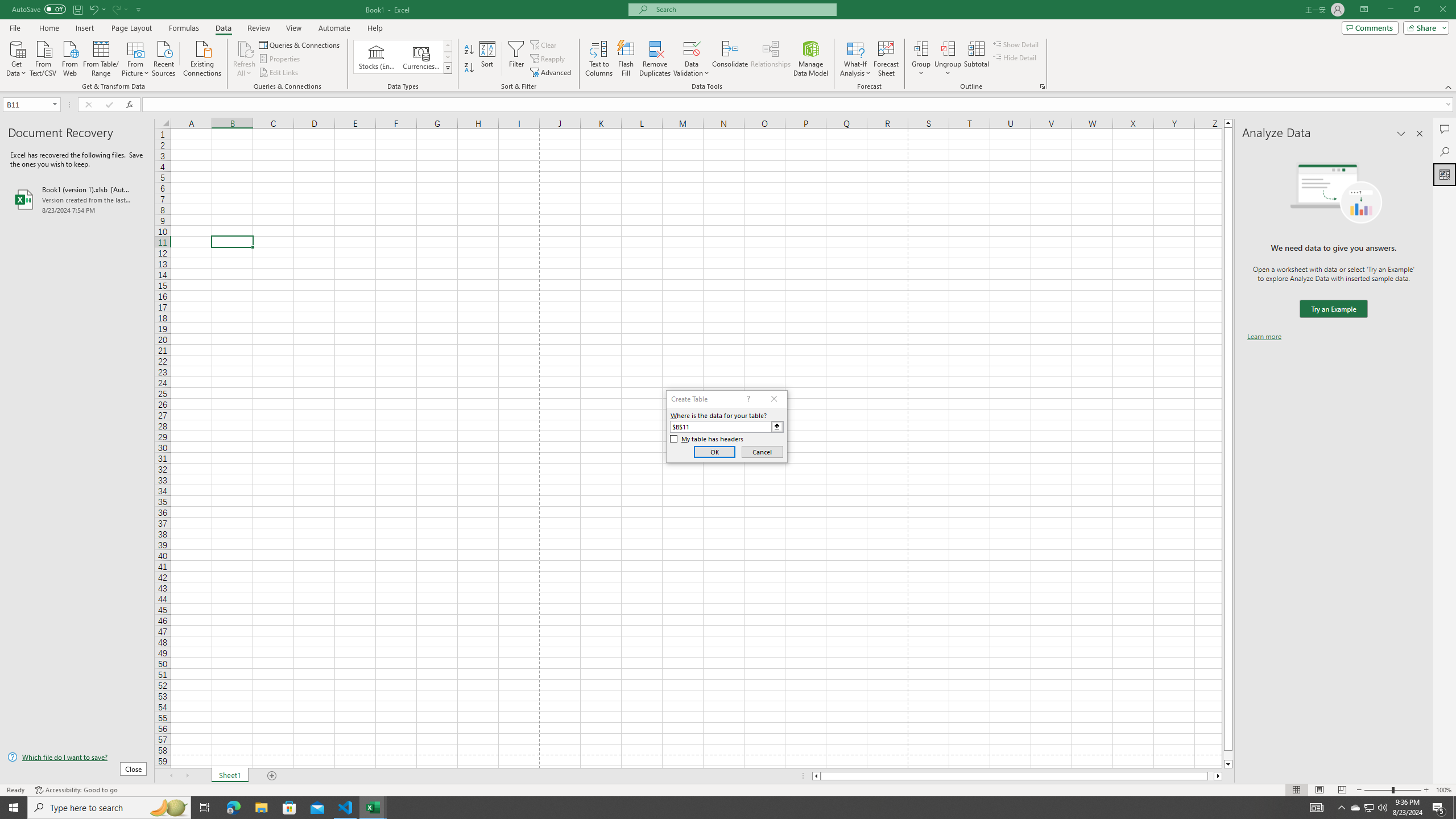 The width and height of the screenshot is (1456, 819). Describe the element at coordinates (730, 59) in the screenshot. I see `'Consolidate...'` at that location.